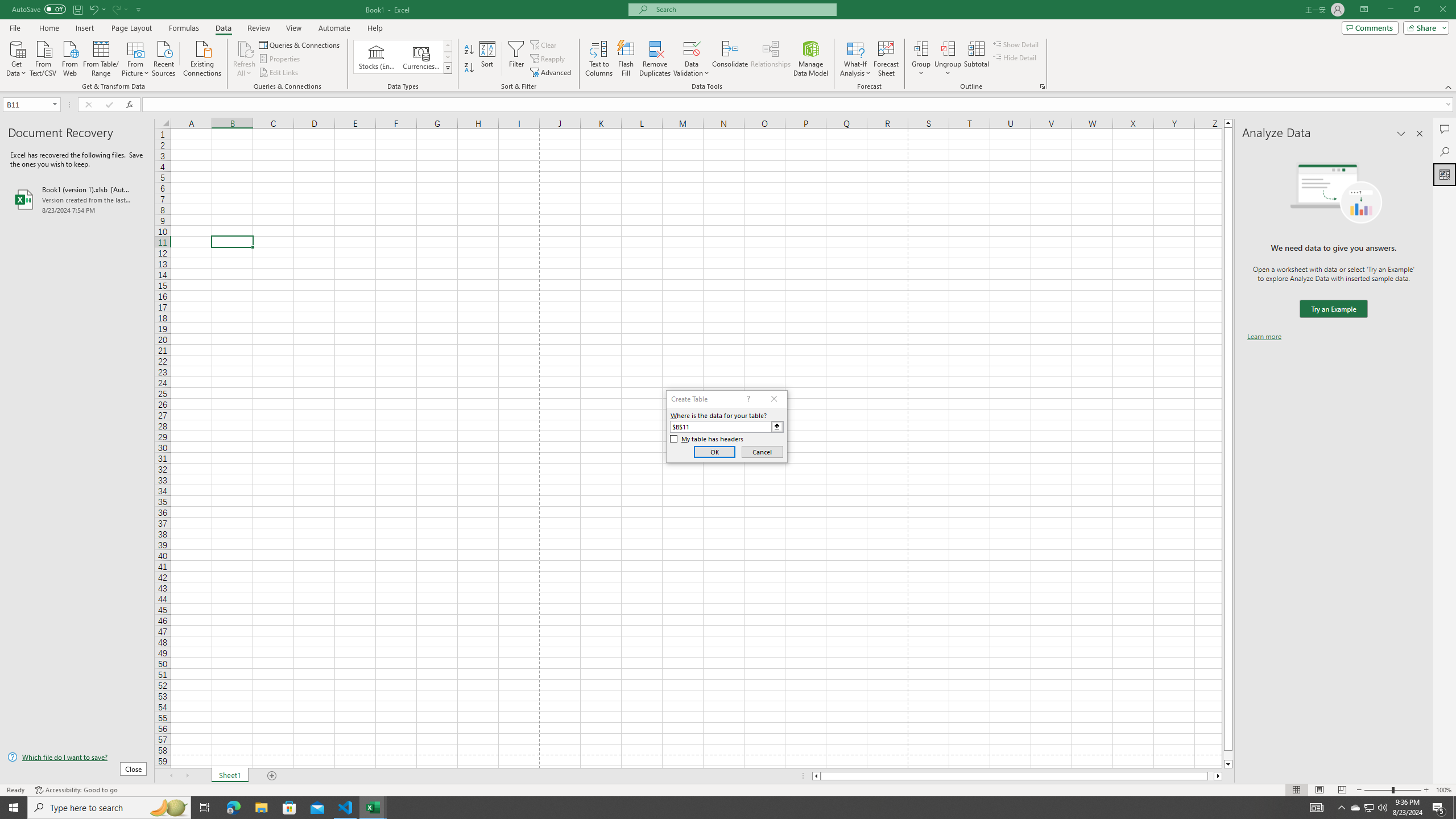 The width and height of the screenshot is (1456, 819). Describe the element at coordinates (730, 59) in the screenshot. I see `'Consolidate...'` at that location.